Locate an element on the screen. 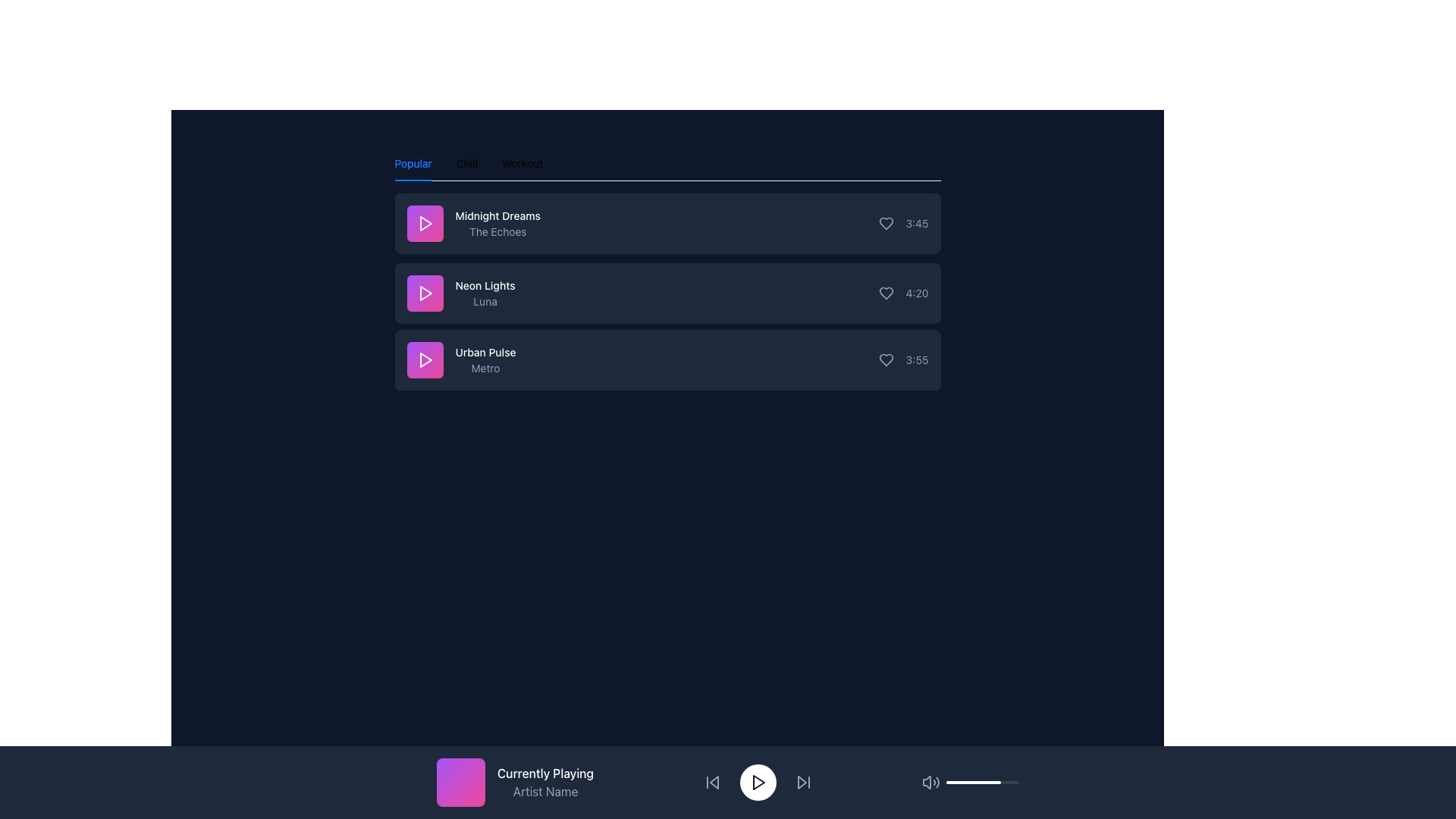  the heart-shaped icon button on the right-hand side of the song list to change its color from slate gray to pink is located at coordinates (886, 223).